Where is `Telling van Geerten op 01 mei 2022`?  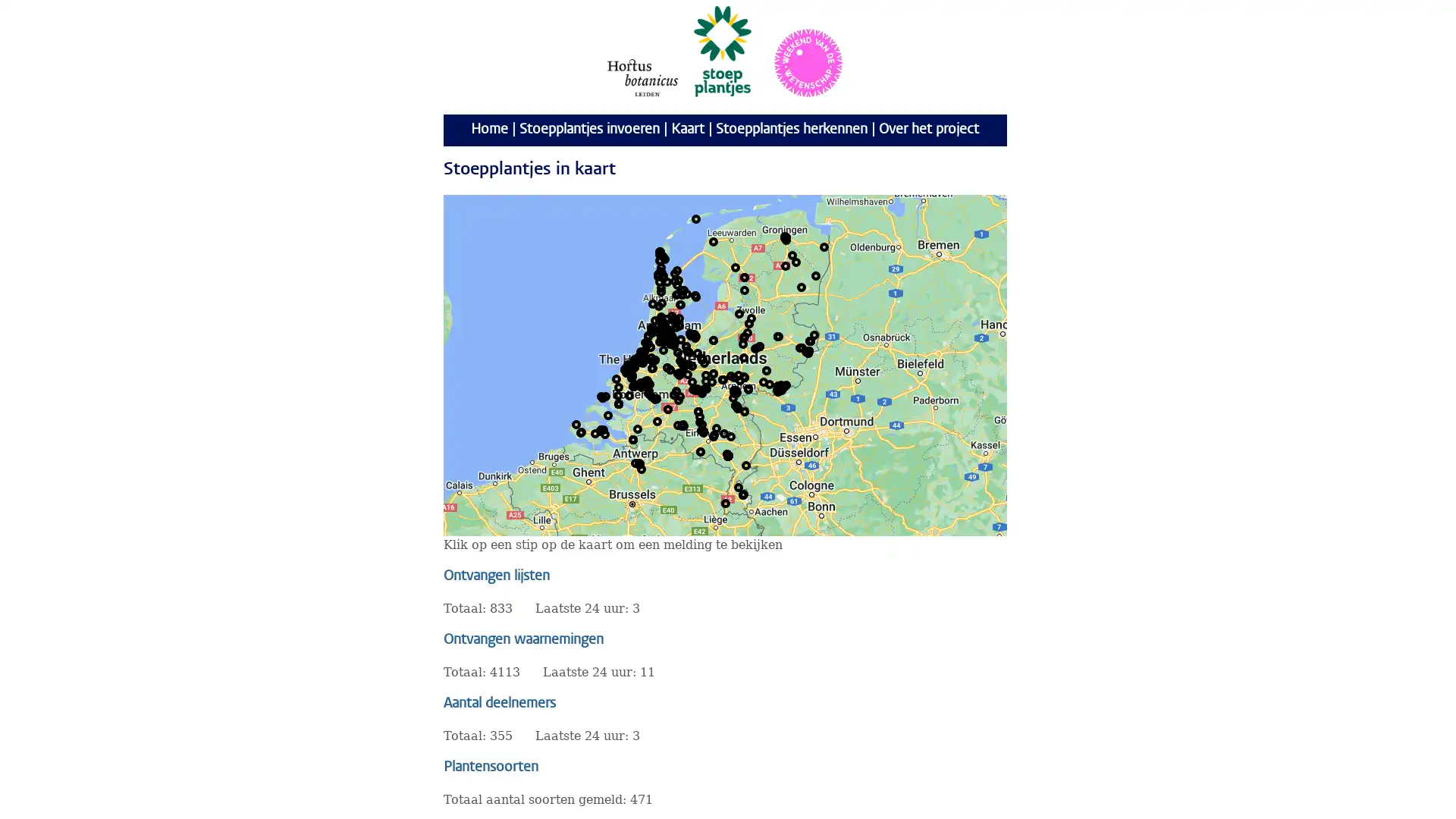 Telling van Geerten op 01 mei 2022 is located at coordinates (733, 397).